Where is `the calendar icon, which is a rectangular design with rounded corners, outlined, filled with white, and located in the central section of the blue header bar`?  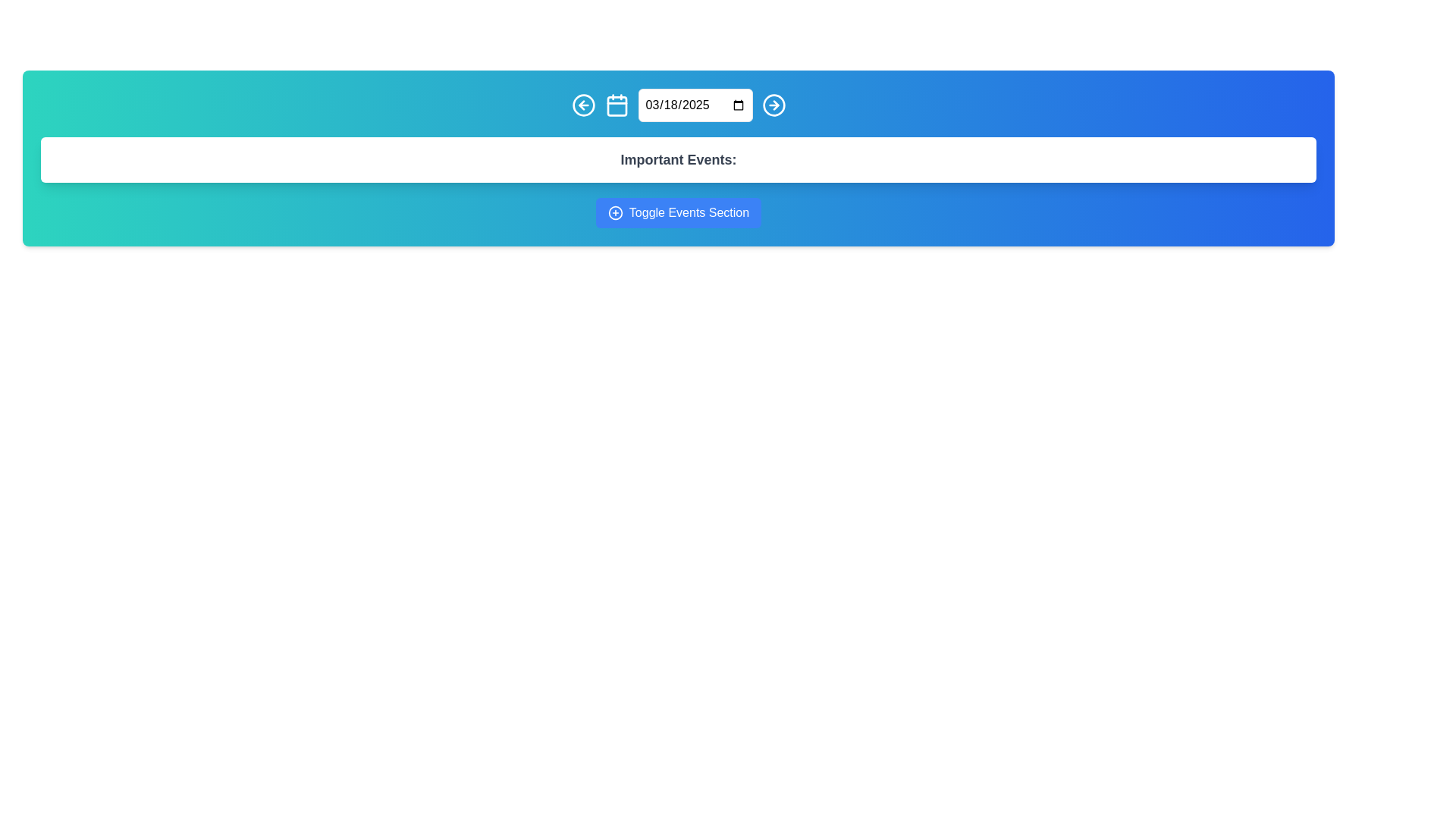
the calendar icon, which is a rectangular design with rounded corners, outlined, filled with white, and located in the central section of the blue header bar is located at coordinates (617, 104).